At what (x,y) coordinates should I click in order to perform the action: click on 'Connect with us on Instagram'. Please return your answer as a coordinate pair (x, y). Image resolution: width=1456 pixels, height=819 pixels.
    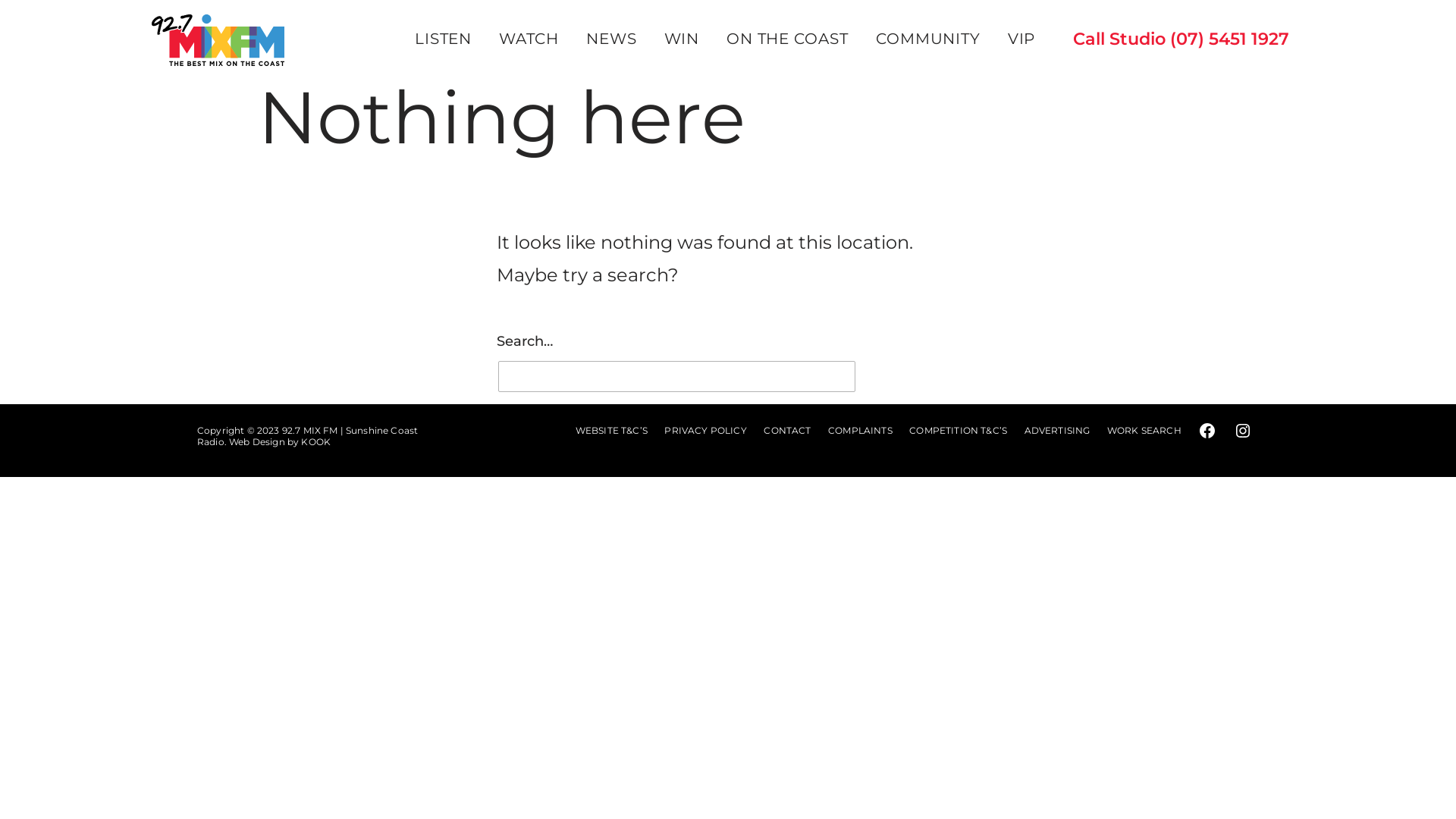
    Looking at the image, I should click on (1242, 430).